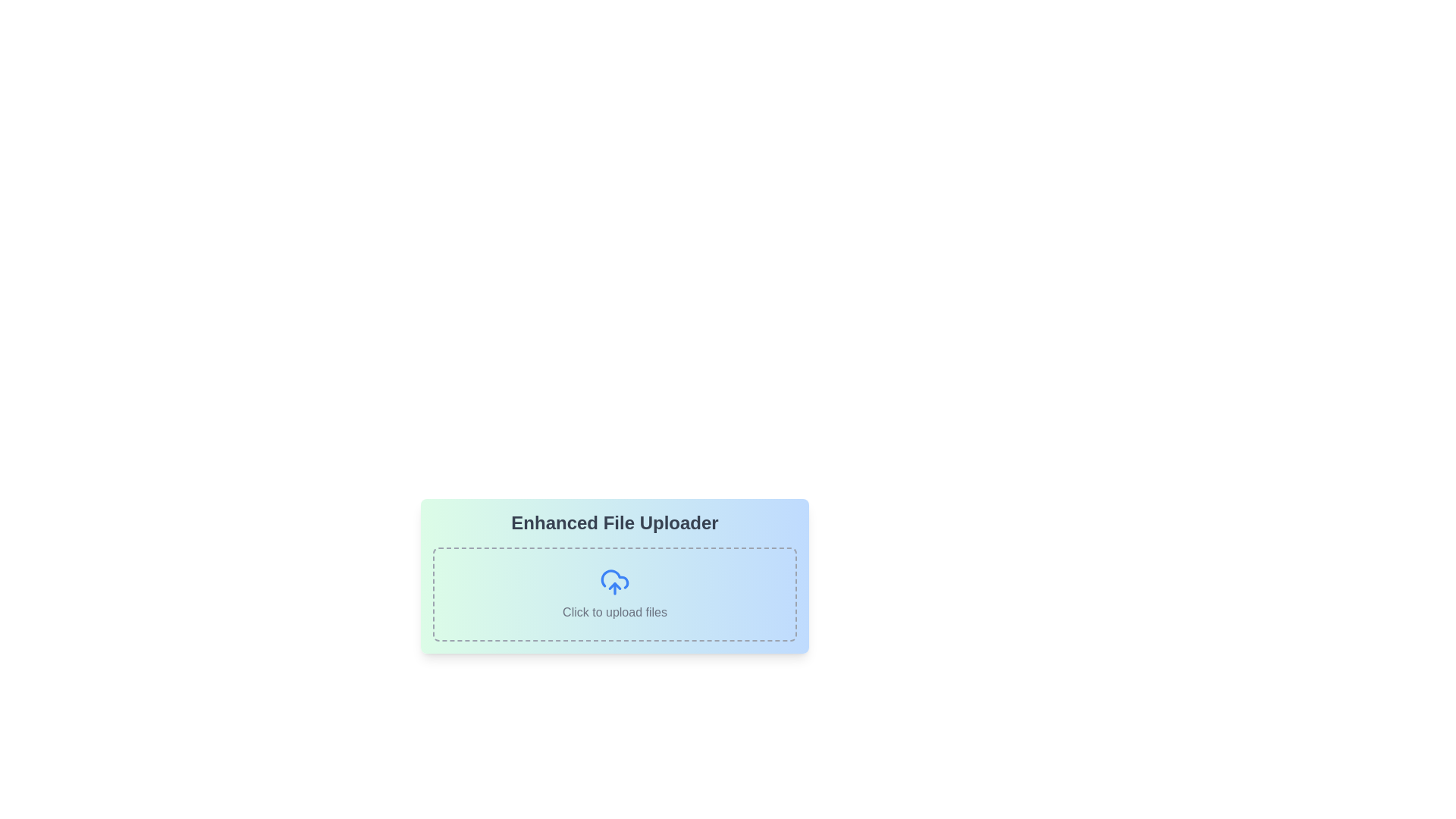 The width and height of the screenshot is (1456, 819). I want to click on the file upload icon located in the Enhanced File Uploader interface, positioned between an arrow graphic and the uploader box boundary, so click(615, 579).